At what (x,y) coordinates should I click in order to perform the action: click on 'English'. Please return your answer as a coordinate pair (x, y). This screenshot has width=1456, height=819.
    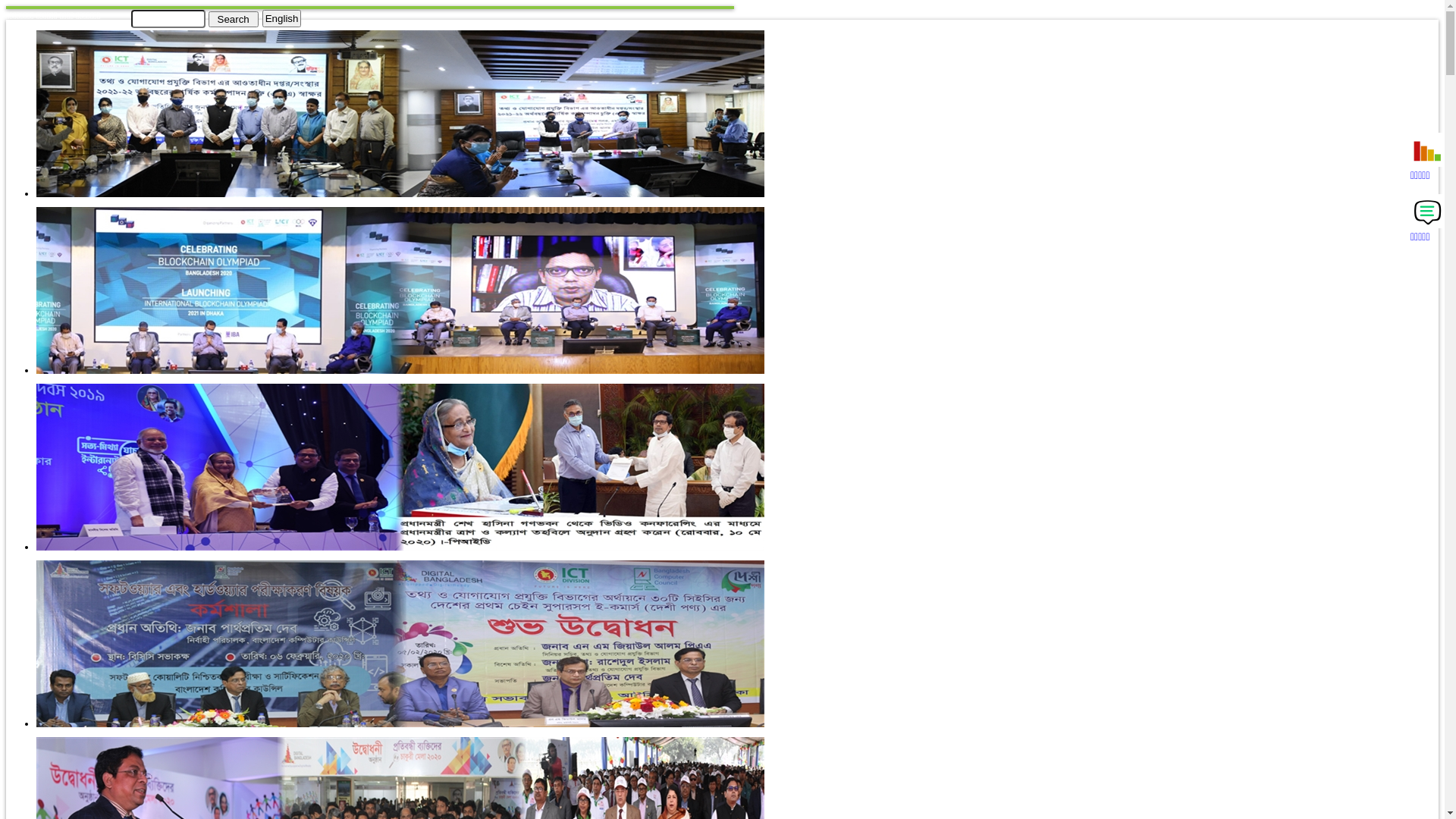
    Looking at the image, I should click on (282, 18).